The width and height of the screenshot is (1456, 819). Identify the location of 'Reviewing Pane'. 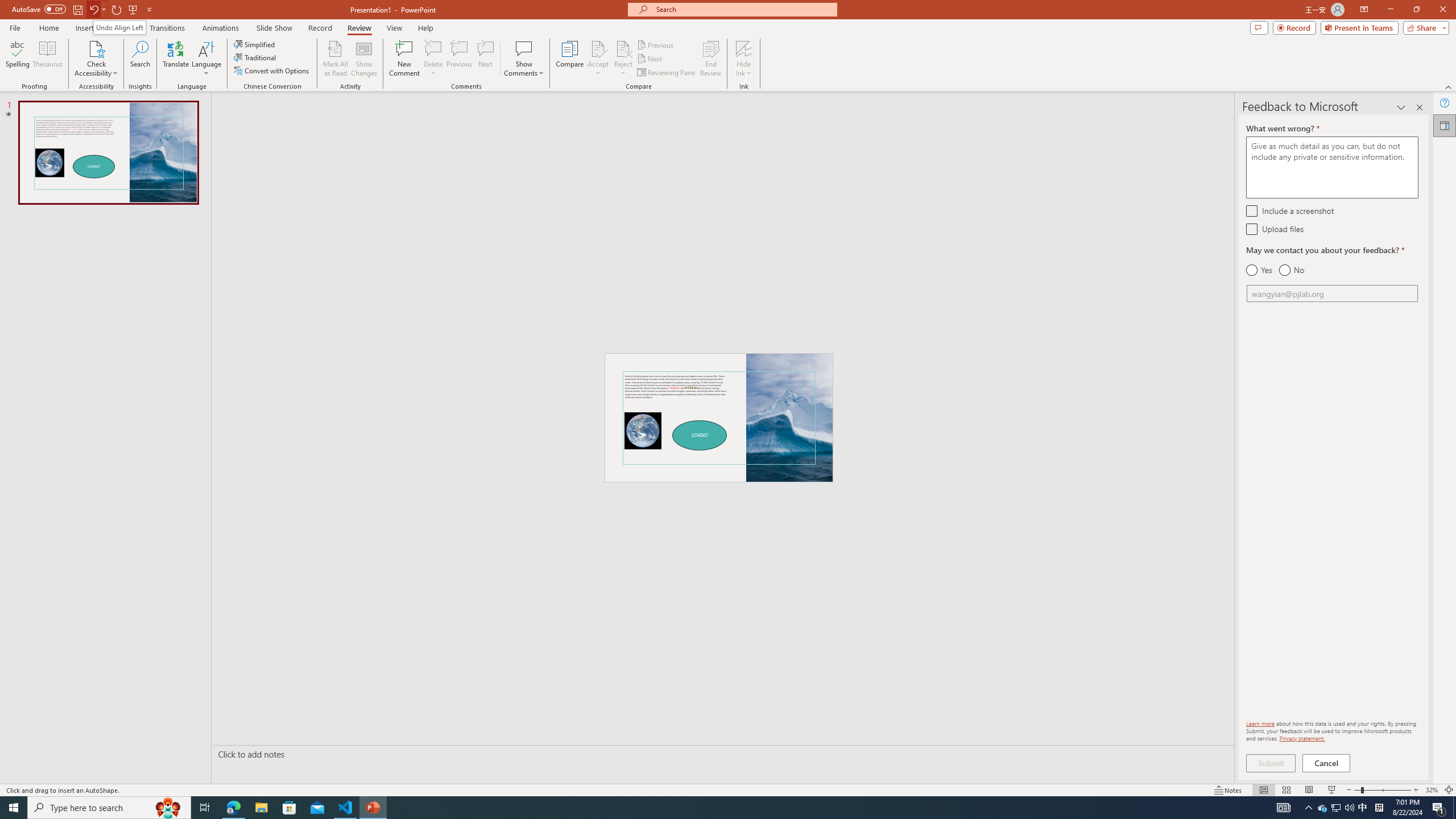
(666, 72).